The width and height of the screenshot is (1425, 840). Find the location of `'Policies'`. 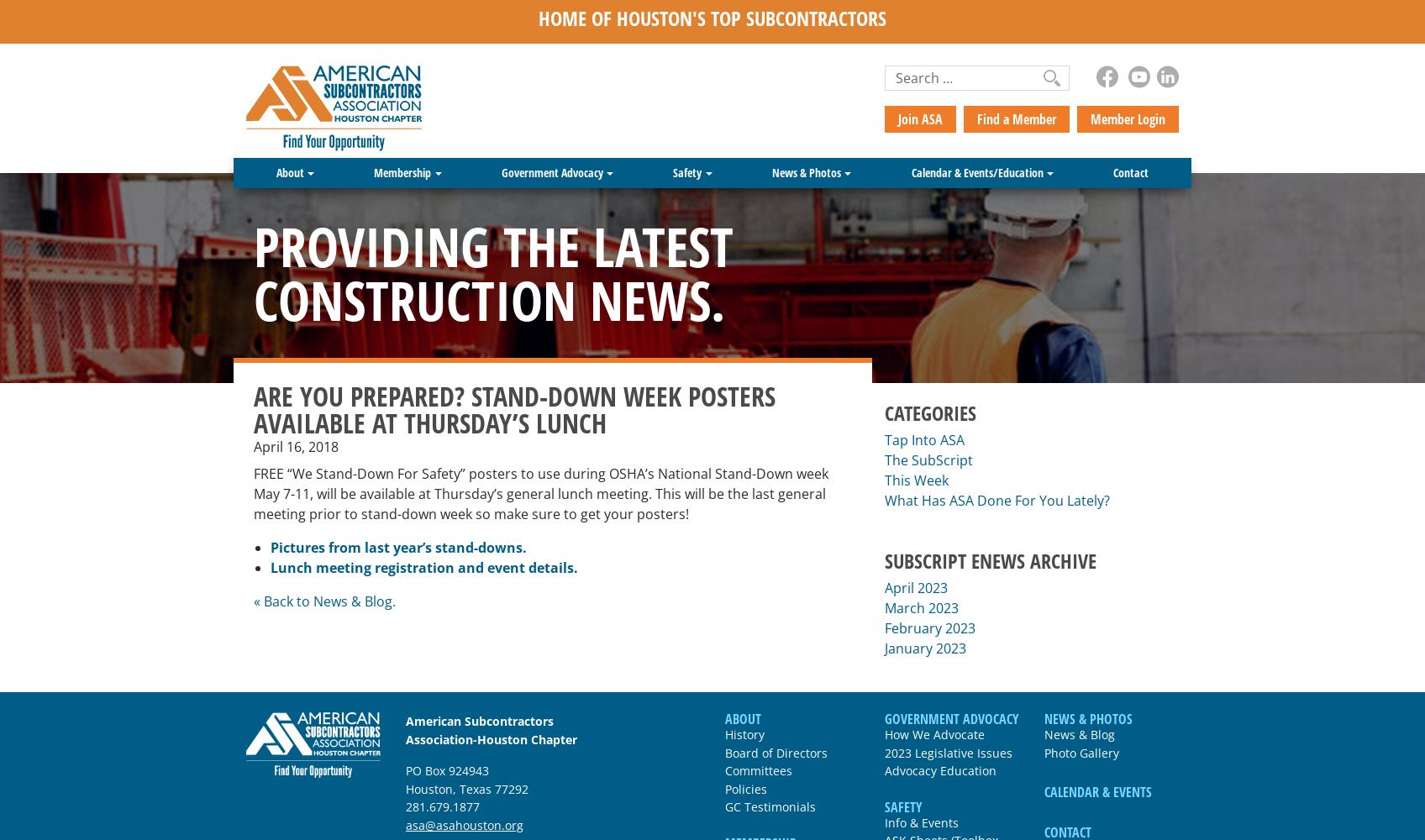

'Policies' is located at coordinates (746, 788).